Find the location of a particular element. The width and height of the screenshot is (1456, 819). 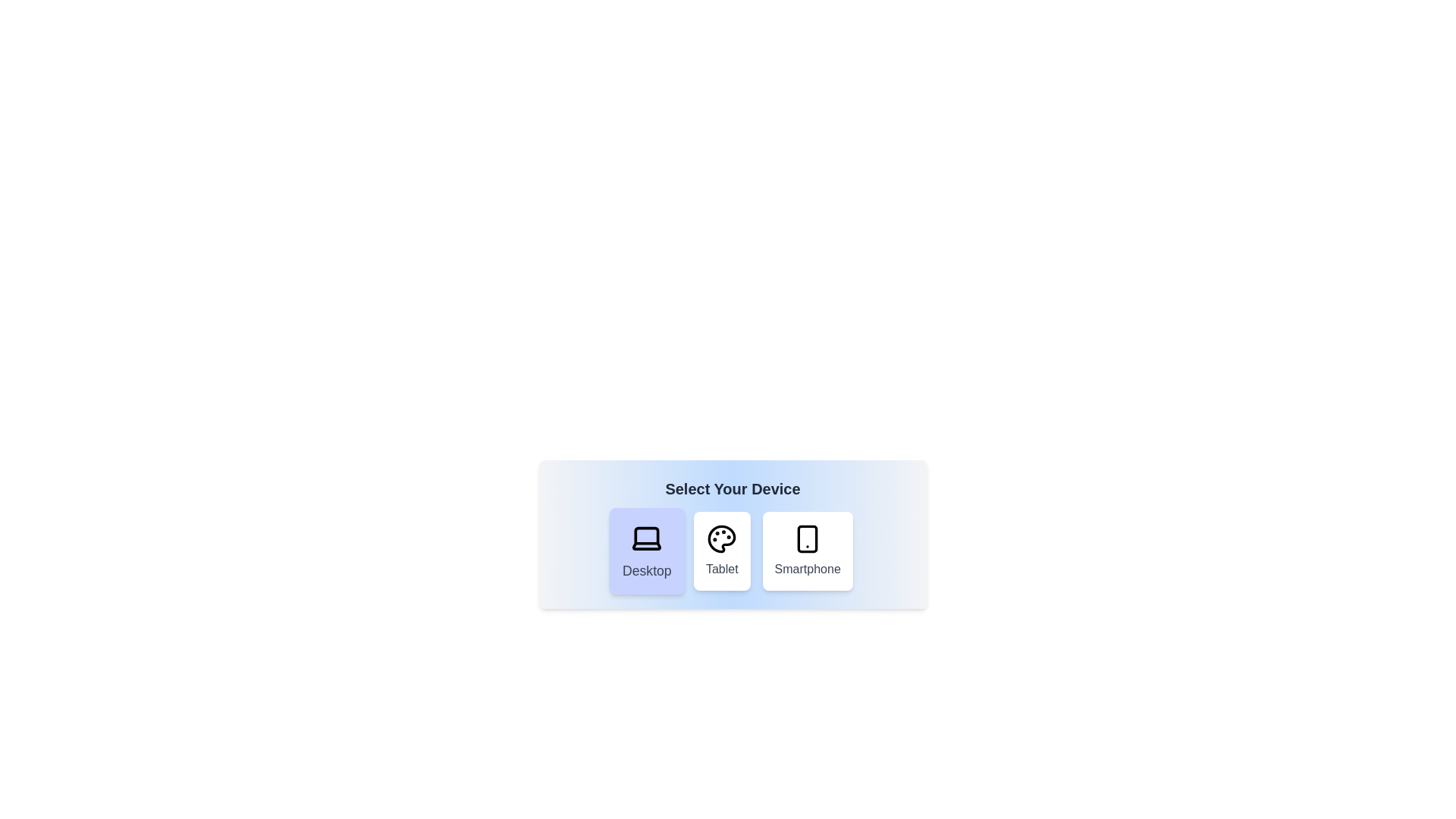

the 'Desktop' icon located in the first card under the heading 'Select Your Device', which visually represents the 'Desktop' option is located at coordinates (647, 537).